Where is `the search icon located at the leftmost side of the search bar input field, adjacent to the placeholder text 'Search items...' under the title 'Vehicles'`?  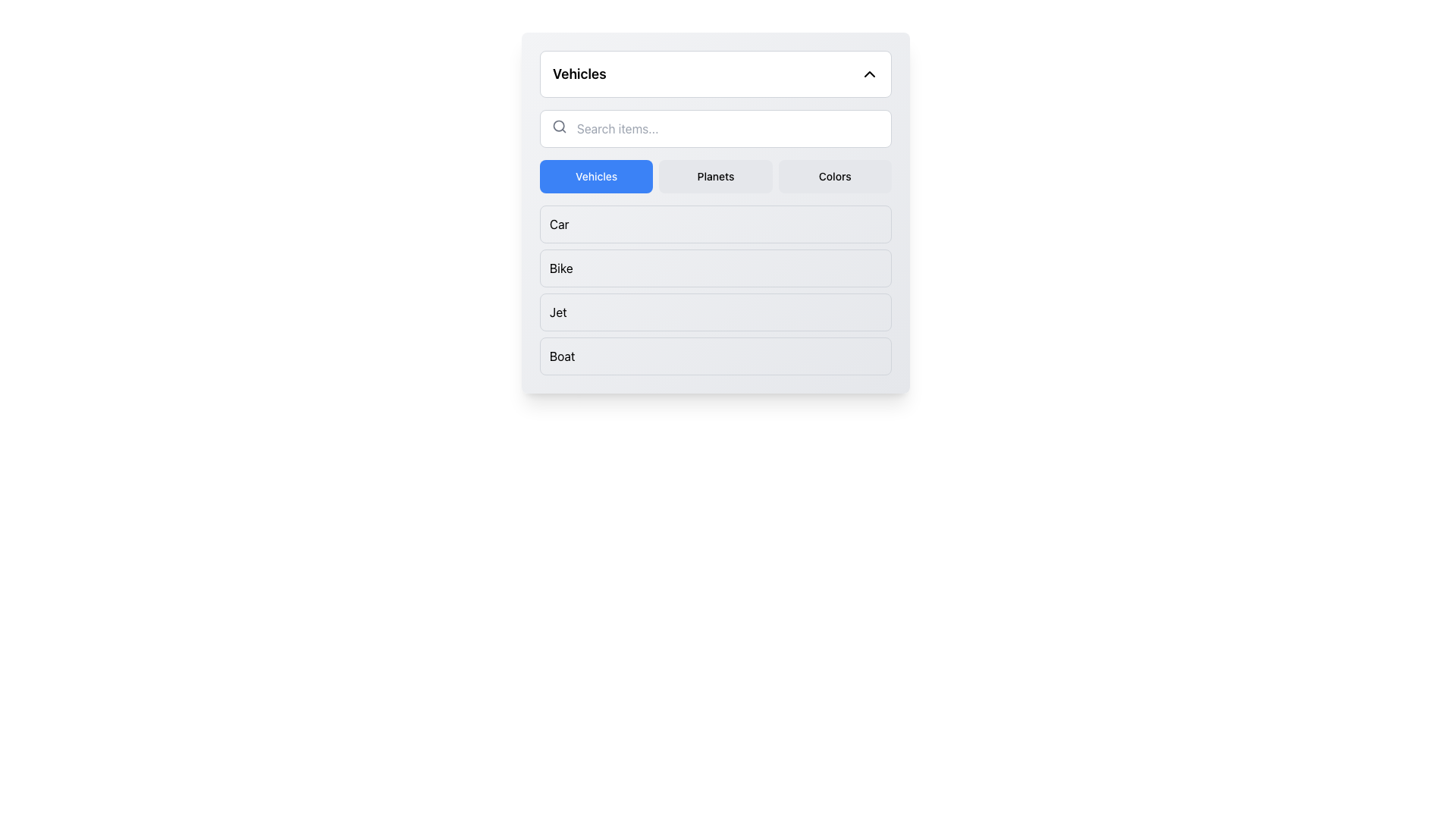 the search icon located at the leftmost side of the search bar input field, adjacent to the placeholder text 'Search items...' under the title 'Vehicles' is located at coordinates (559, 125).